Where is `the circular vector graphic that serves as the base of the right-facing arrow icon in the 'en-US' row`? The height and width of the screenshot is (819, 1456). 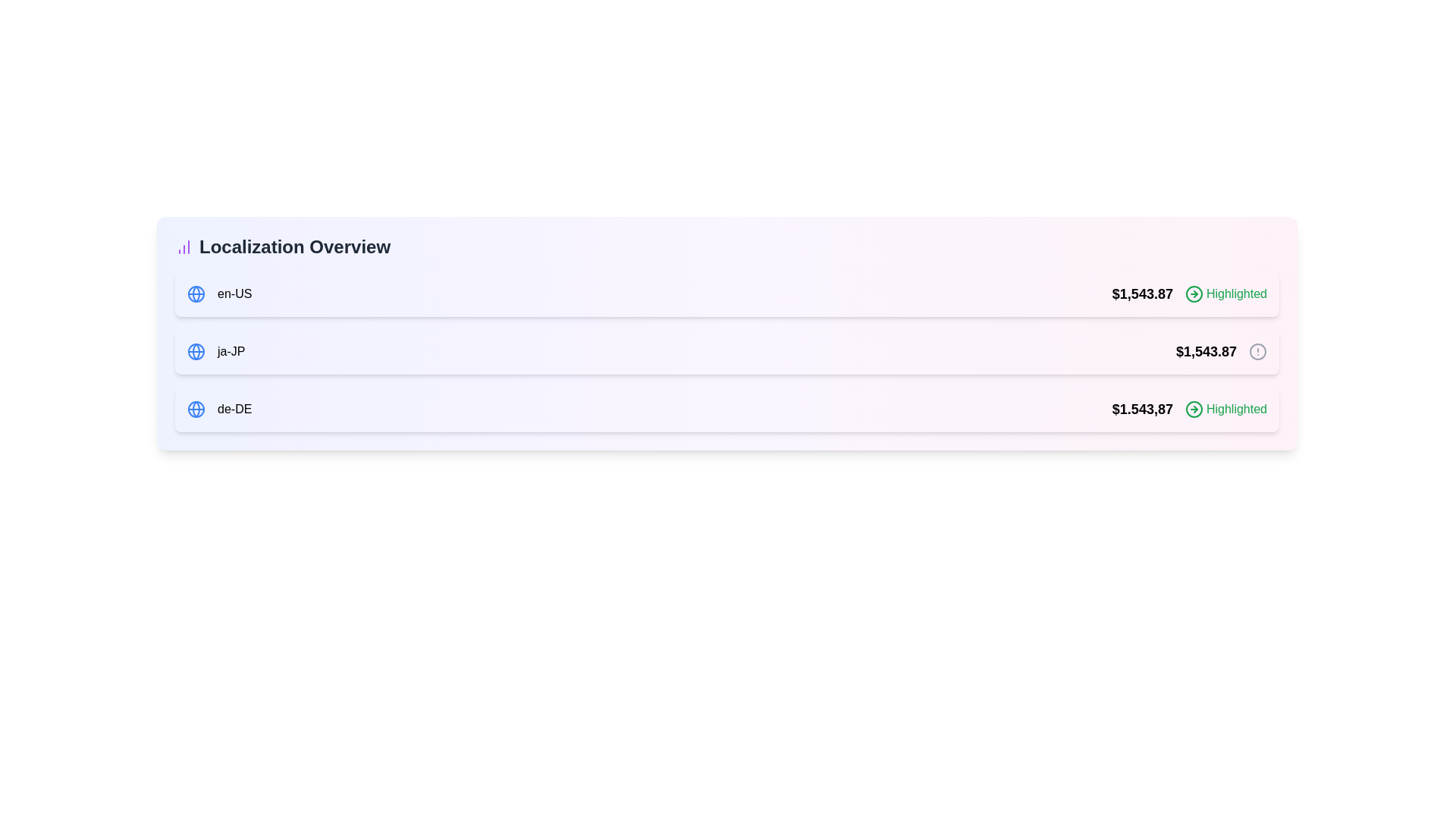 the circular vector graphic that serves as the base of the right-facing arrow icon in the 'en-US' row is located at coordinates (1193, 294).